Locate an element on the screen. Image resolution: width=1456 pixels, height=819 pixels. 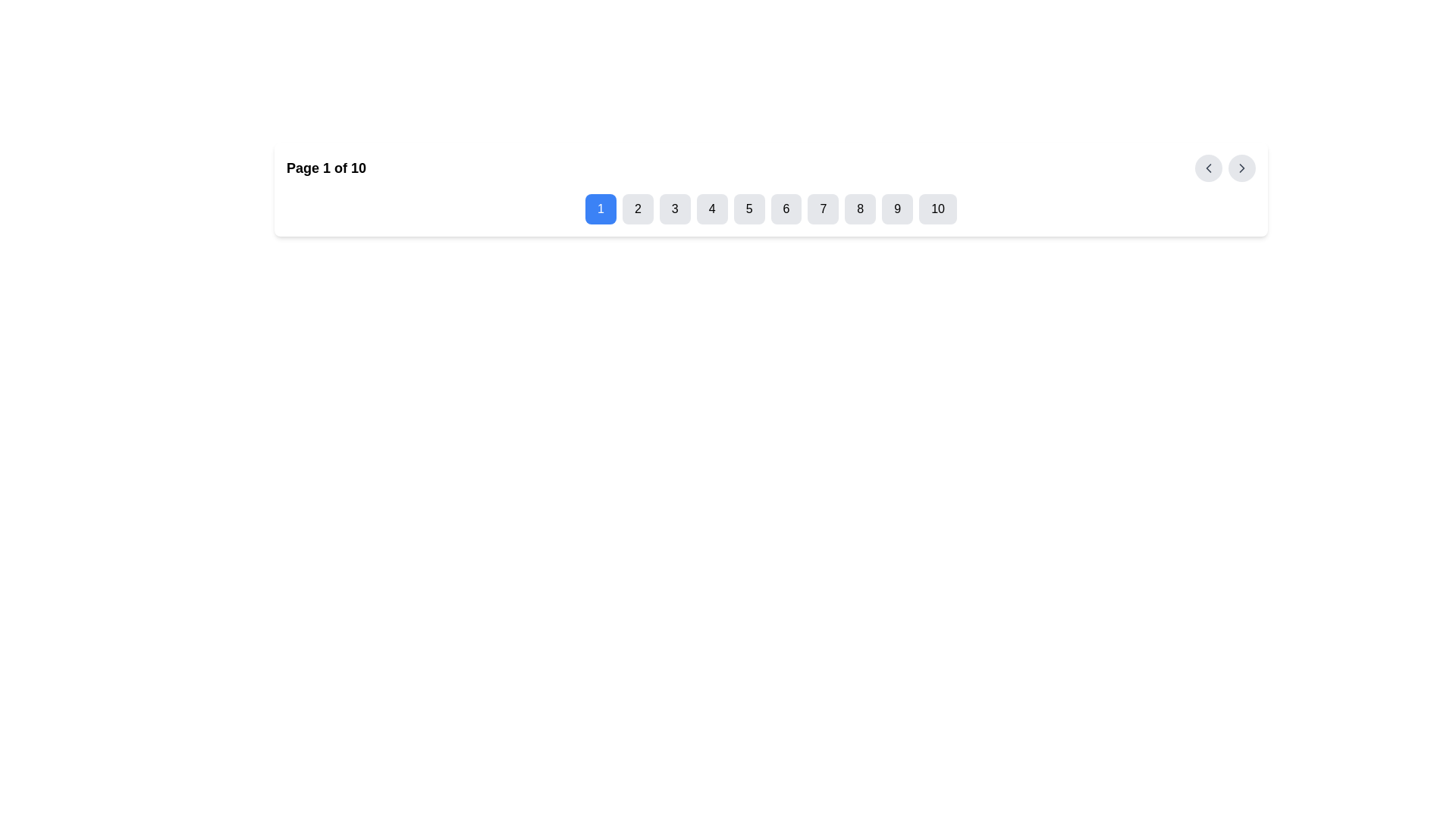
the second pagination button that navigates to page 2 is located at coordinates (638, 209).